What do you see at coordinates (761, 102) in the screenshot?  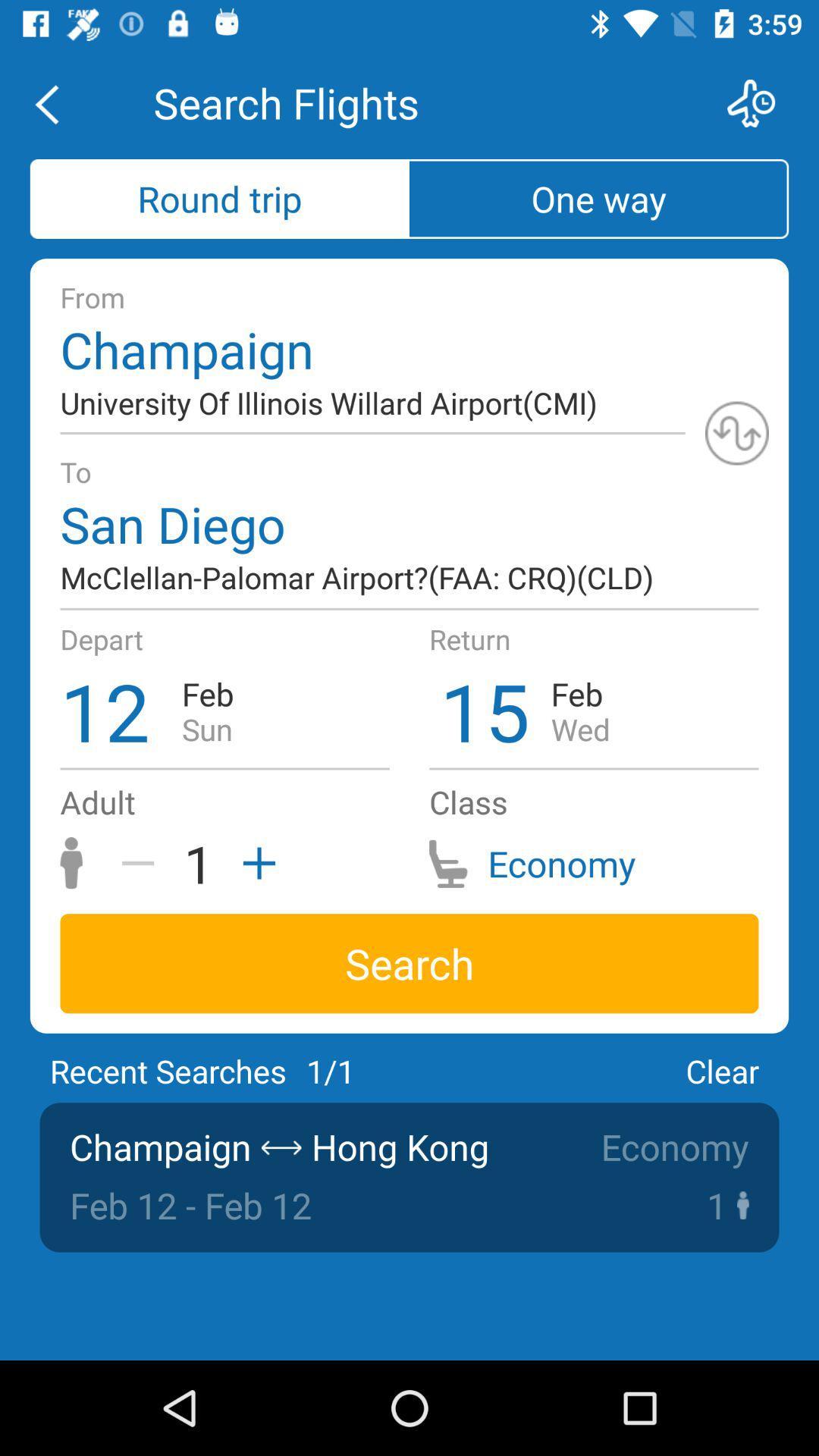 I see `schedule` at bounding box center [761, 102].